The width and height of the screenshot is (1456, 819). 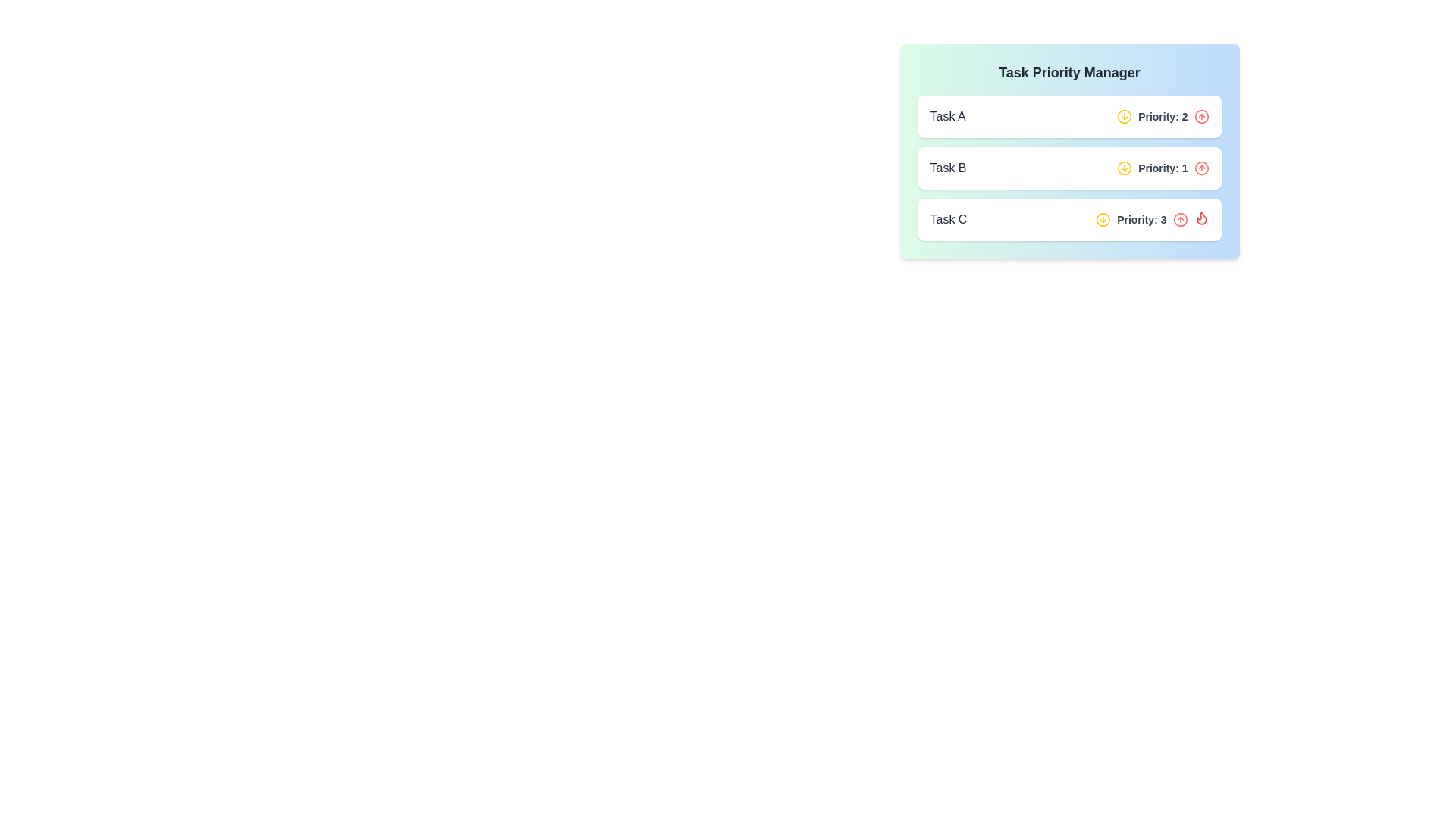 I want to click on the static text element indicating the priority level of 'Task B' in the 'Task Priority Manager', so click(x=1162, y=168).